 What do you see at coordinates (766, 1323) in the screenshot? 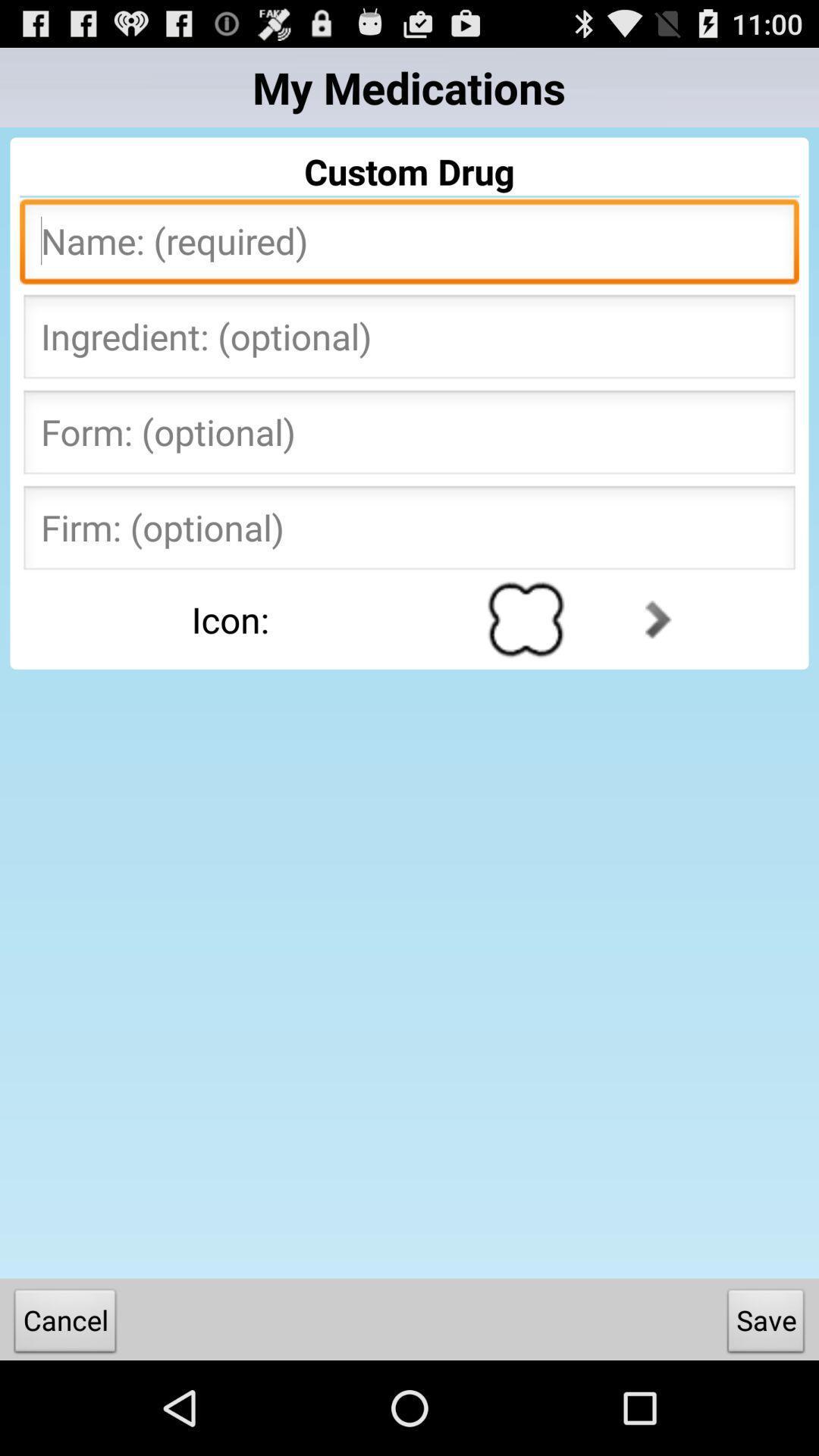
I see `button to the right of the cancel item` at bounding box center [766, 1323].